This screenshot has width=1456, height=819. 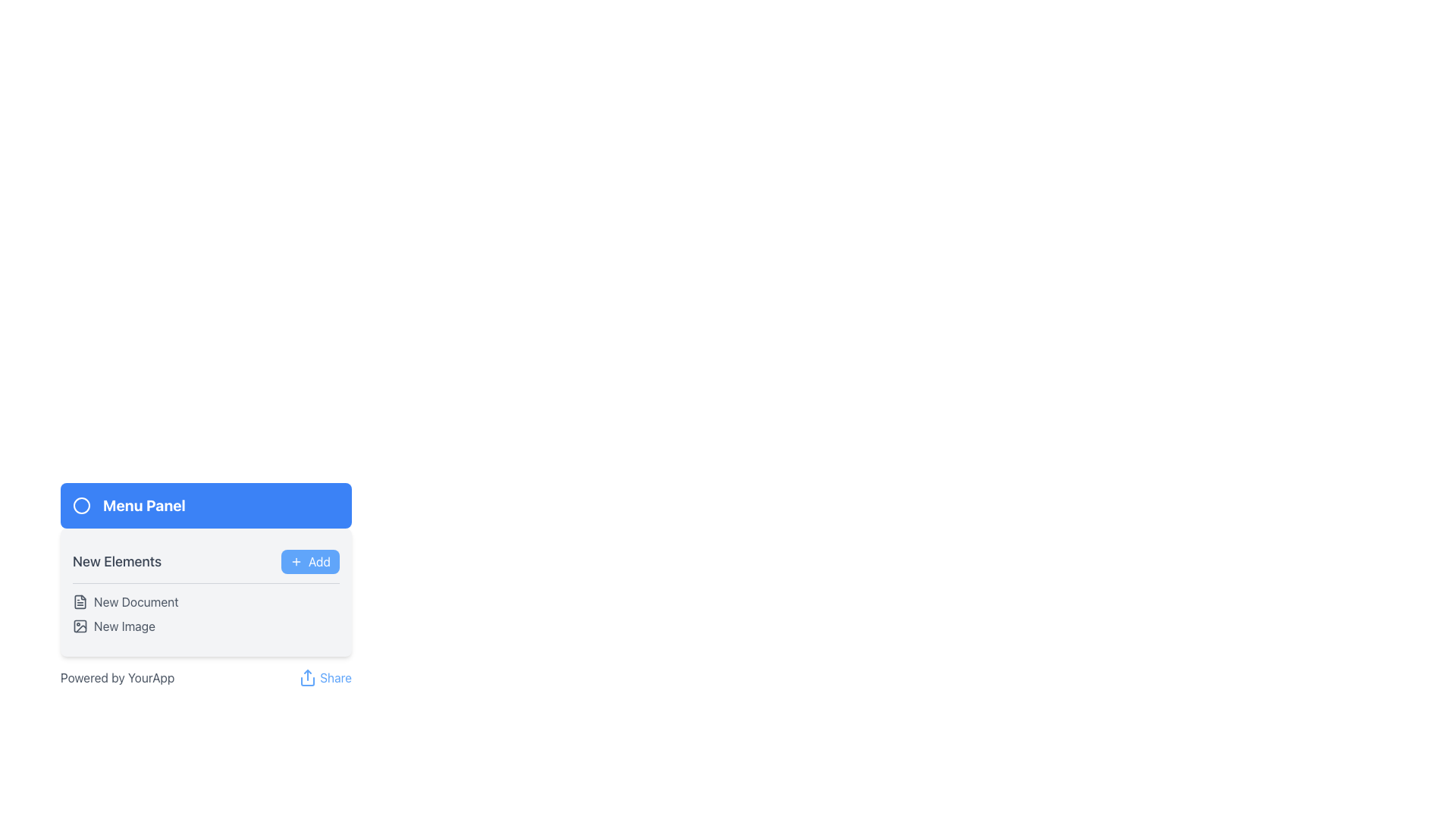 I want to click on the first button in the vertical list of options under 'New Elements', so click(x=206, y=601).